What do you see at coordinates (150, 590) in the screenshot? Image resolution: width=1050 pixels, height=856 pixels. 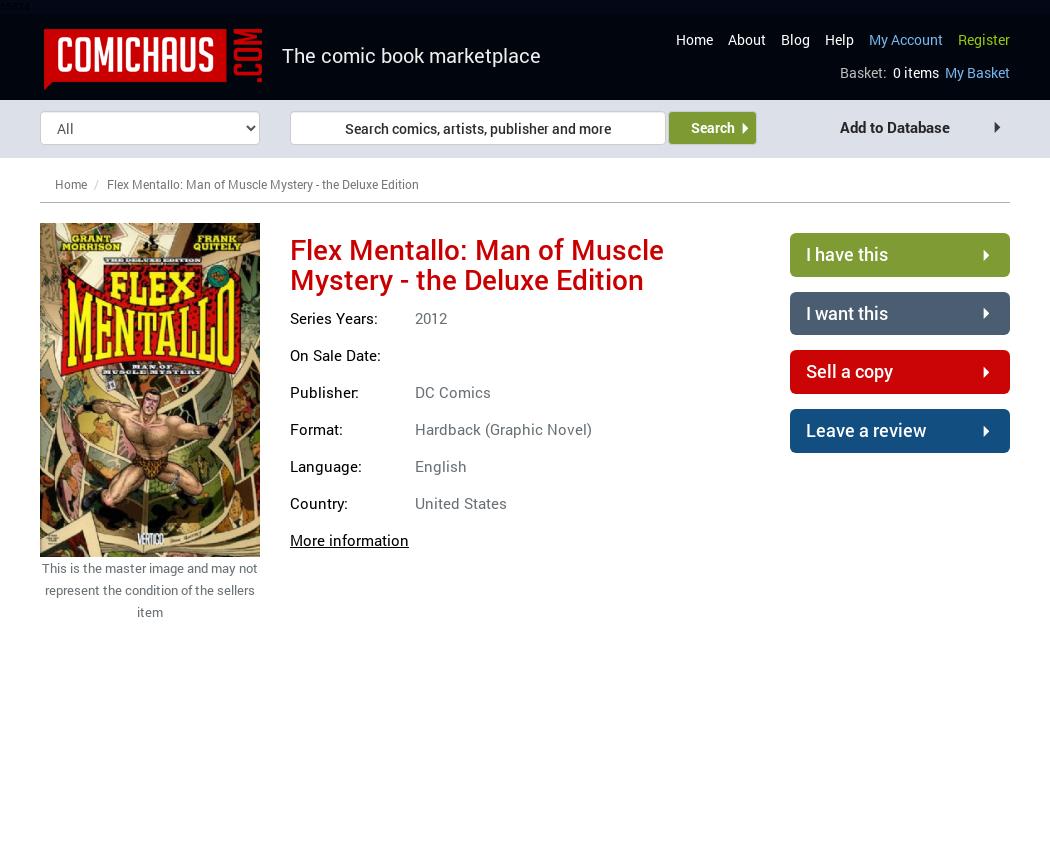 I see `'This is the master image and may not represent the condition of the sellers item'` at bounding box center [150, 590].